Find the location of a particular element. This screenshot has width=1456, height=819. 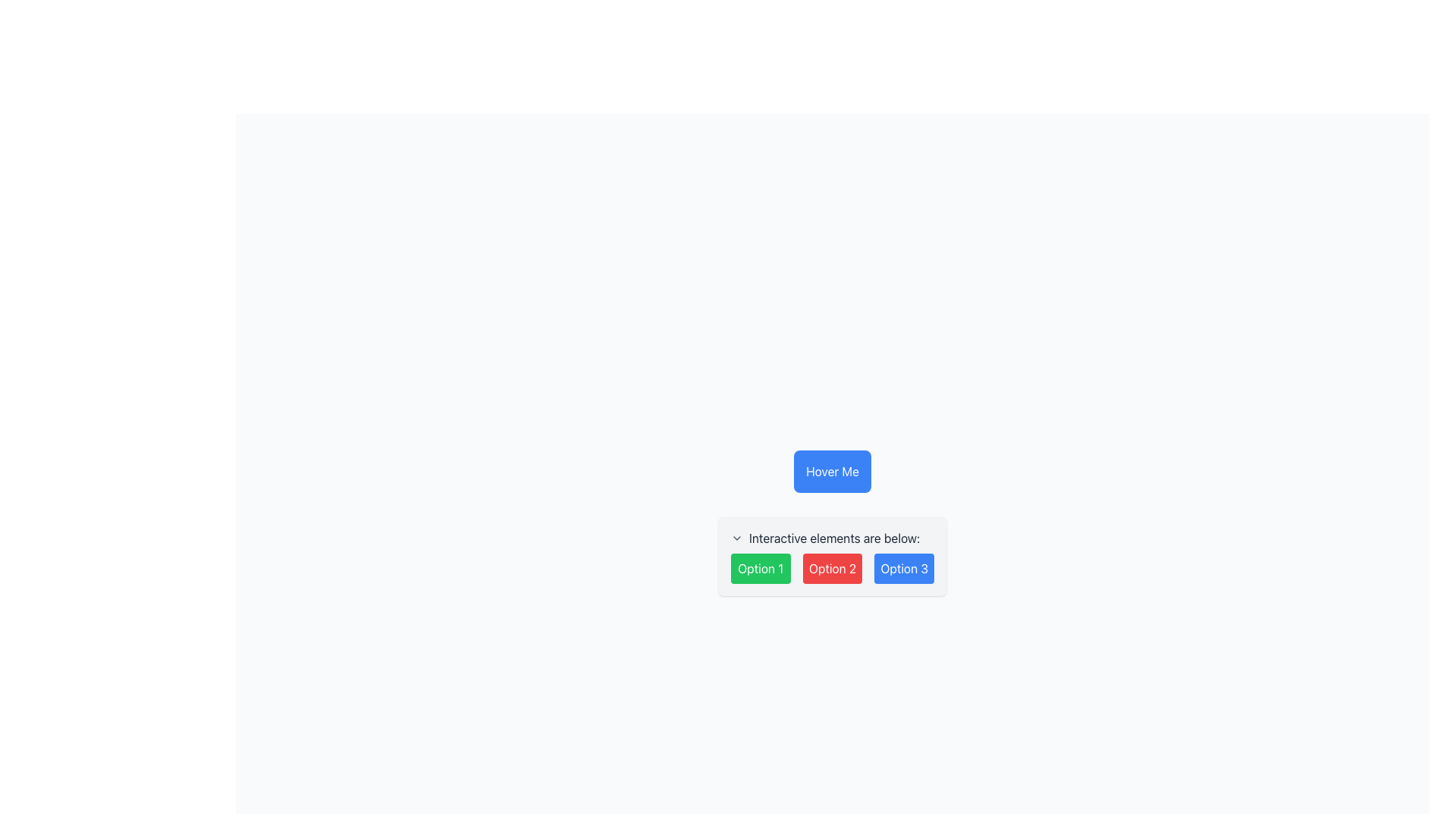

the first button labeled 'Option 1' is located at coordinates (761, 568).